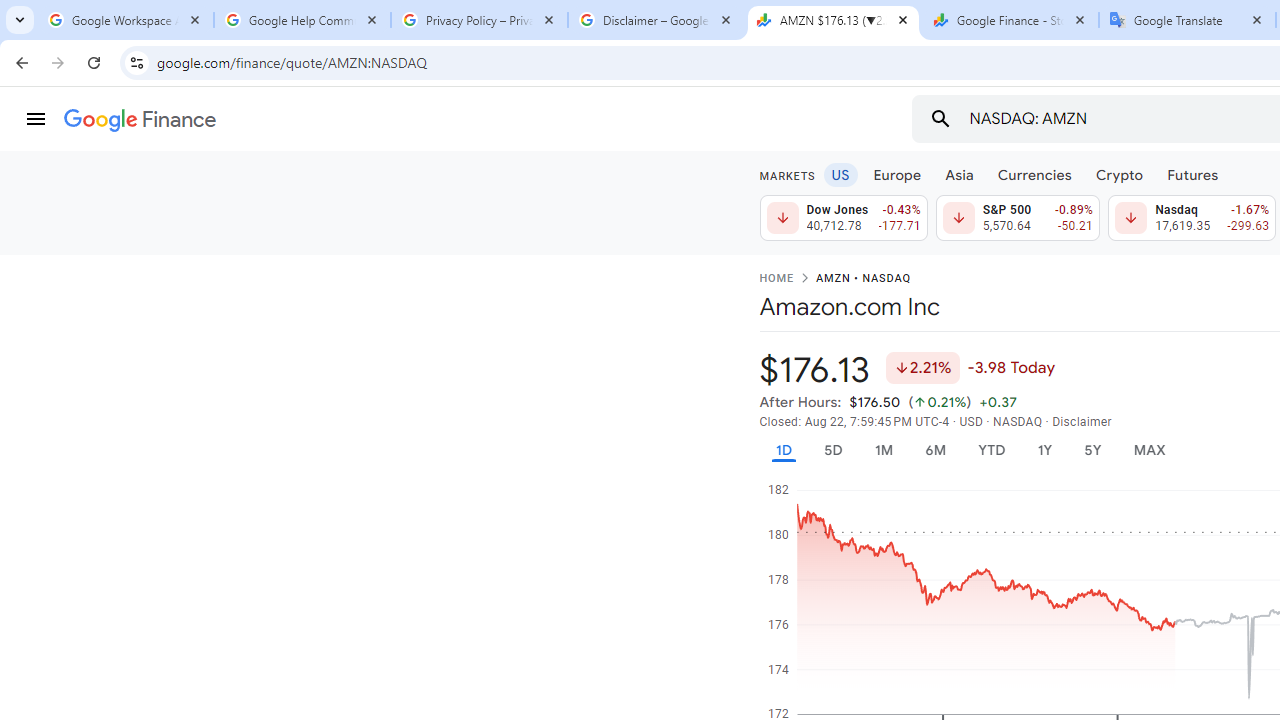 This screenshot has width=1280, height=720. Describe the element at coordinates (775, 279) in the screenshot. I see `'HOME'` at that location.